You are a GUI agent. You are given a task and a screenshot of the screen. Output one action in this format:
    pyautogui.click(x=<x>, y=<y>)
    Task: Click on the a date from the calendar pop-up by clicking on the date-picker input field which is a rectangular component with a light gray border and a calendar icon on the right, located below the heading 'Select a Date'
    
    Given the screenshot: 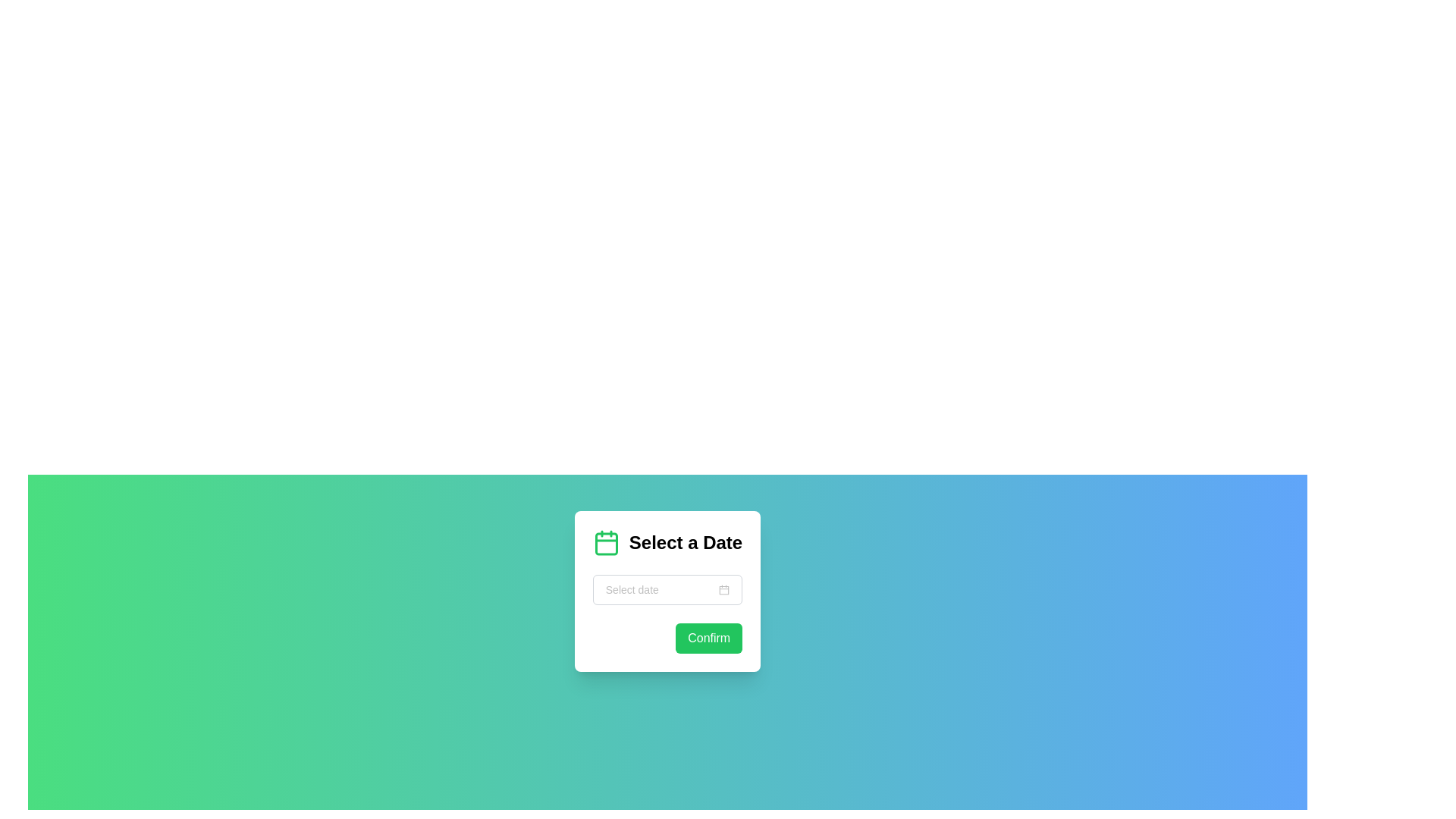 What is the action you would take?
    pyautogui.click(x=667, y=589)
    